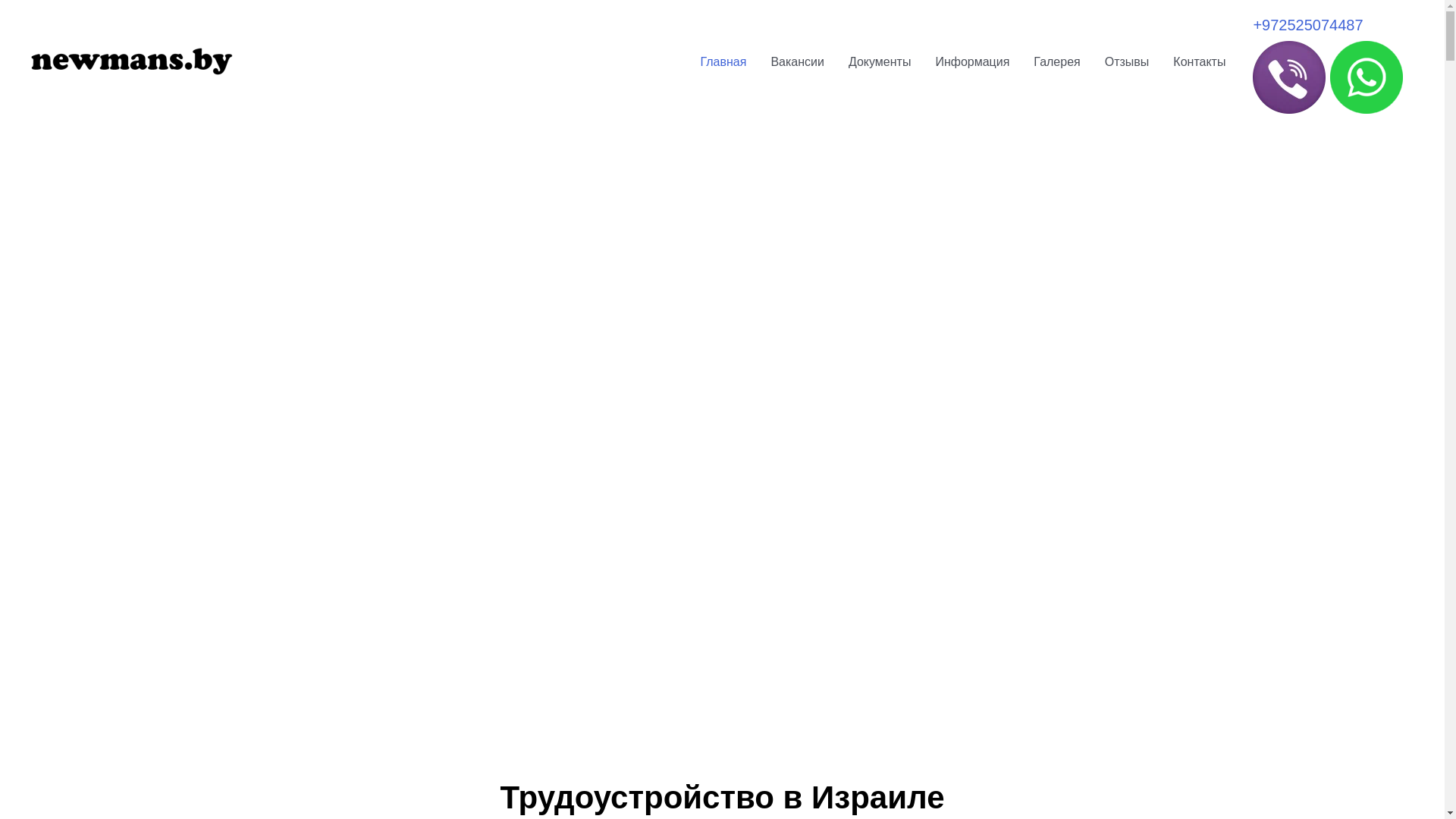 This screenshot has height=819, width=1456. I want to click on '+972525074487', so click(1307, 25).